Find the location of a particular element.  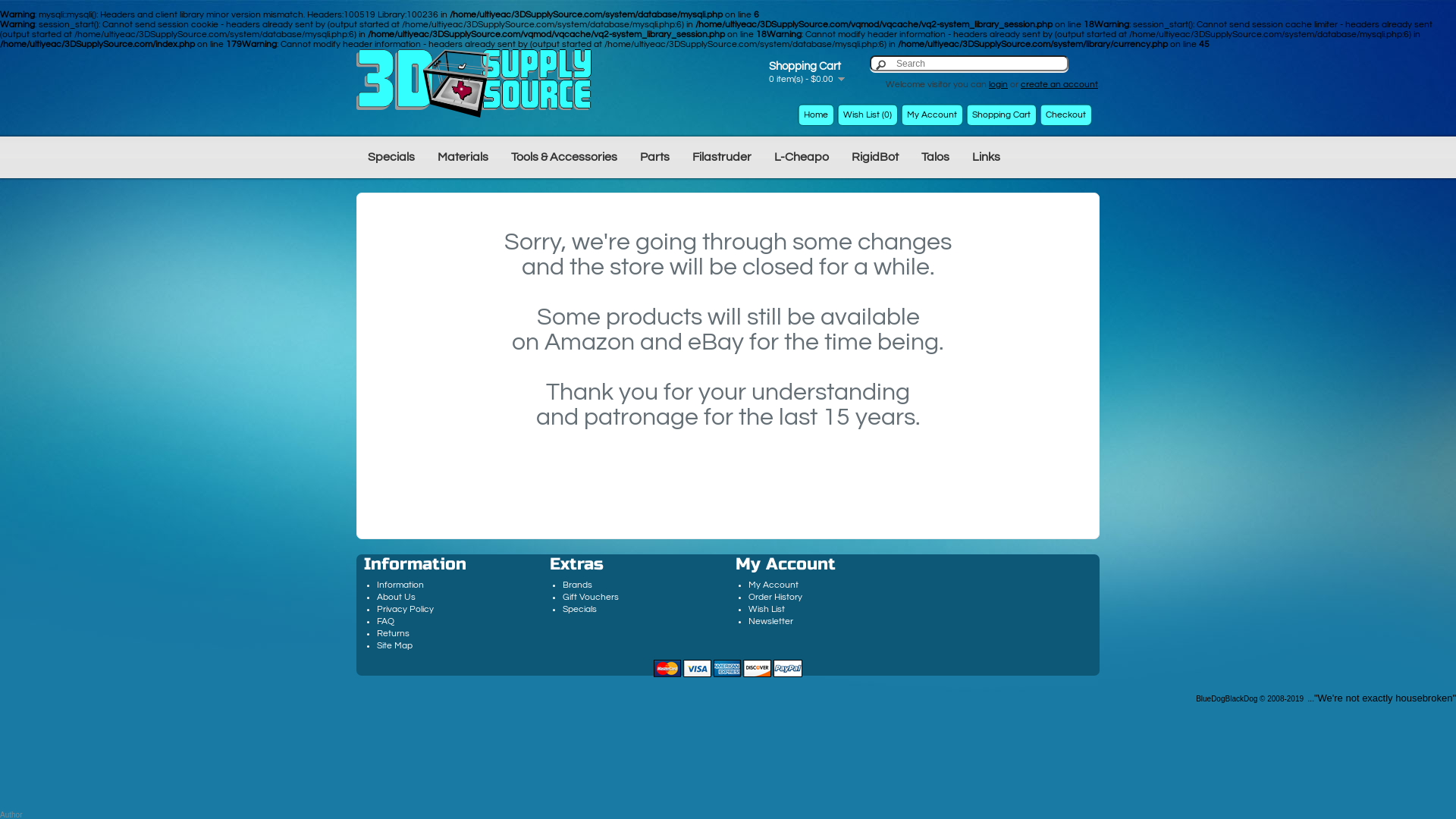

'Specials' is located at coordinates (391, 155).